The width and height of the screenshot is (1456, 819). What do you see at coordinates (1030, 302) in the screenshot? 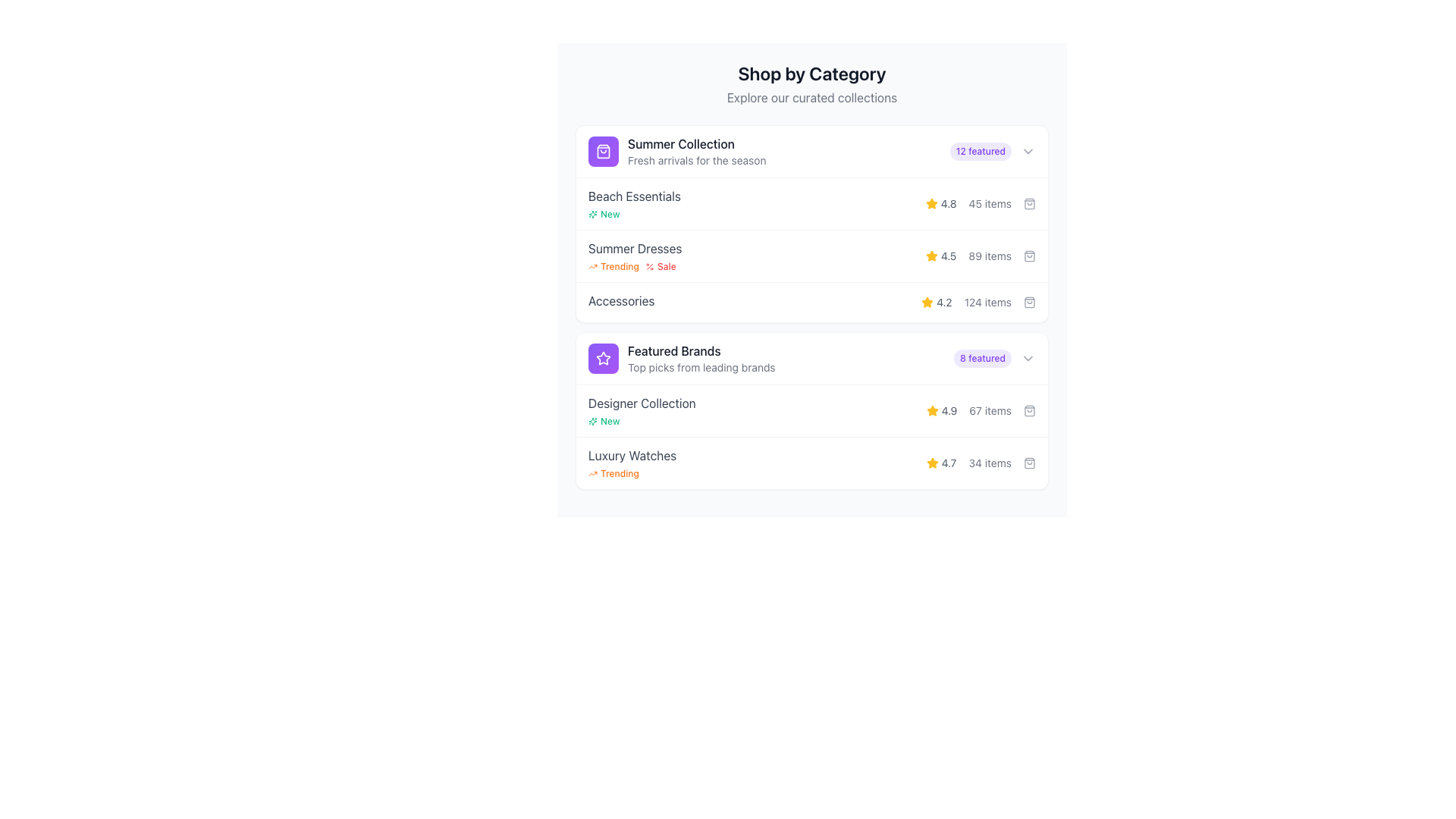
I see `the shopping bag icon, which is a simplistic line art SVG graphic with a gray stroke that transitions to violet on hover, located at the far right of the row associated with the 'Accessories' category` at bounding box center [1030, 302].